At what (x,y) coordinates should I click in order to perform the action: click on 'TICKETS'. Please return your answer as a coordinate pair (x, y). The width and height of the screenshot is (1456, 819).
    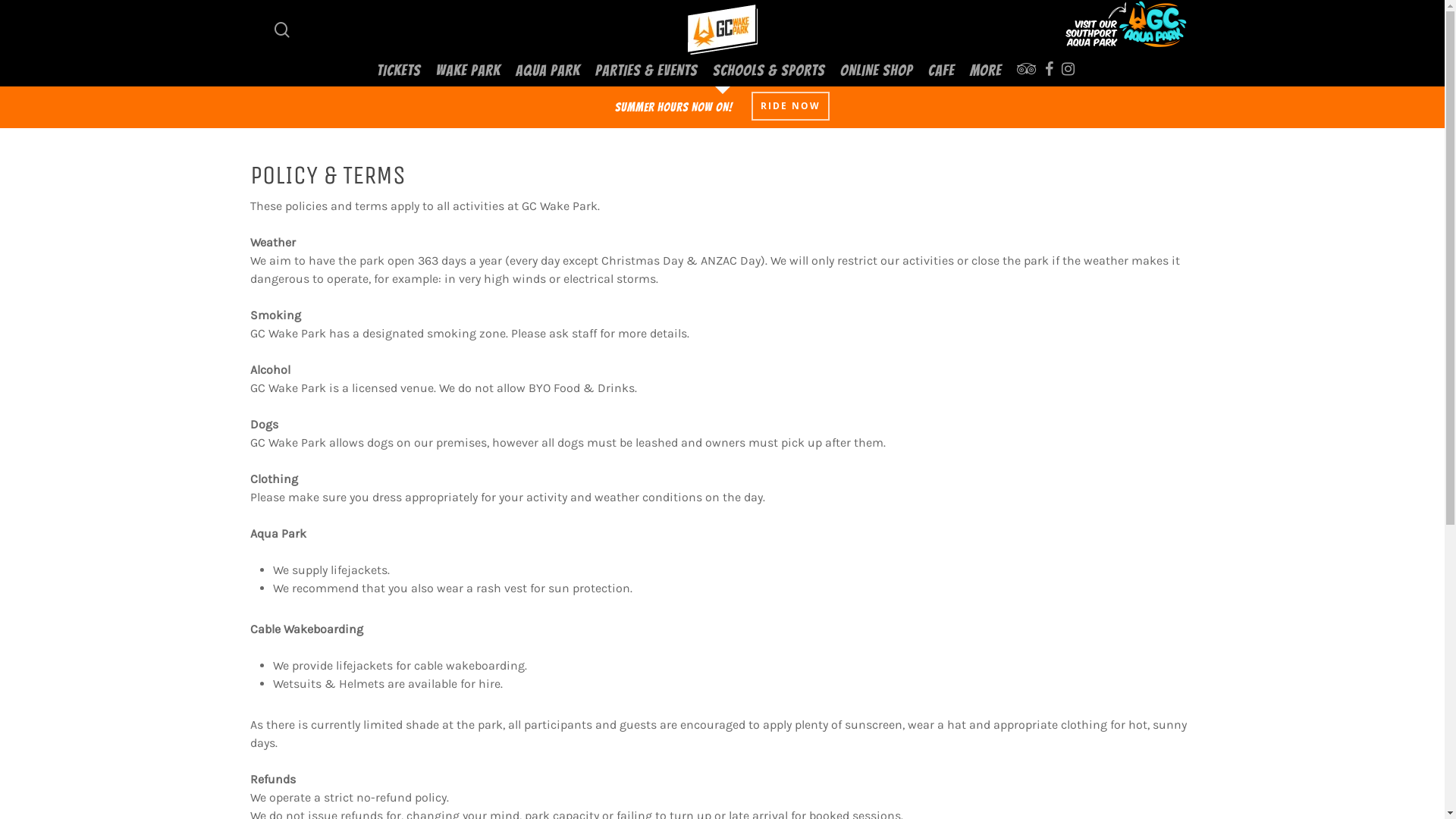
    Looking at the image, I should click on (399, 70).